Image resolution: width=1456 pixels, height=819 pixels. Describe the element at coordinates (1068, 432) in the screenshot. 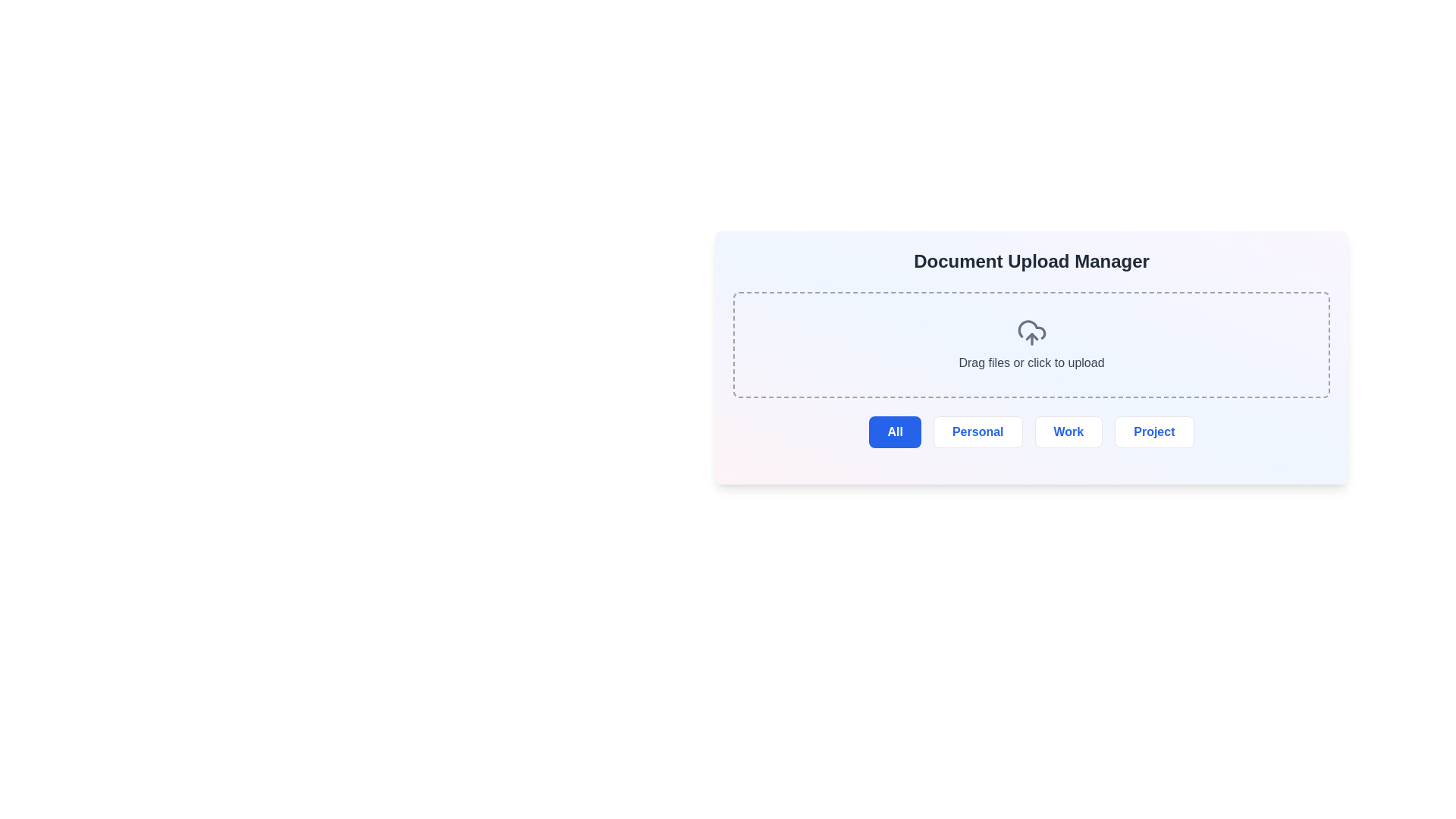

I see `the inactive 'Work' button, which has a white background and blue text` at that location.